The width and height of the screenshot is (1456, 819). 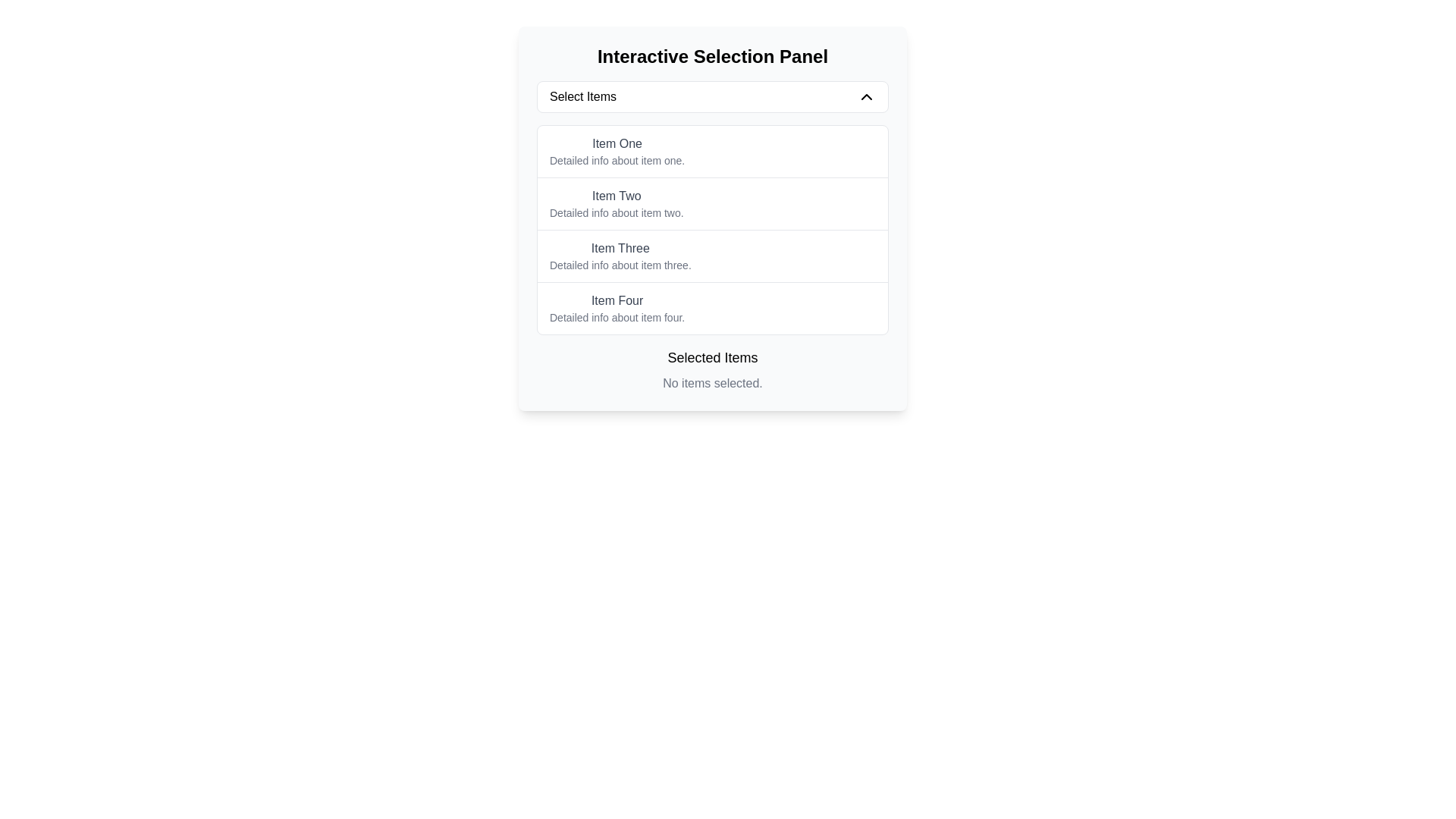 What do you see at coordinates (712, 152) in the screenshot?
I see `the first selectable list item in the 'Interactive Selection Panel' that relates to 'Item One'` at bounding box center [712, 152].